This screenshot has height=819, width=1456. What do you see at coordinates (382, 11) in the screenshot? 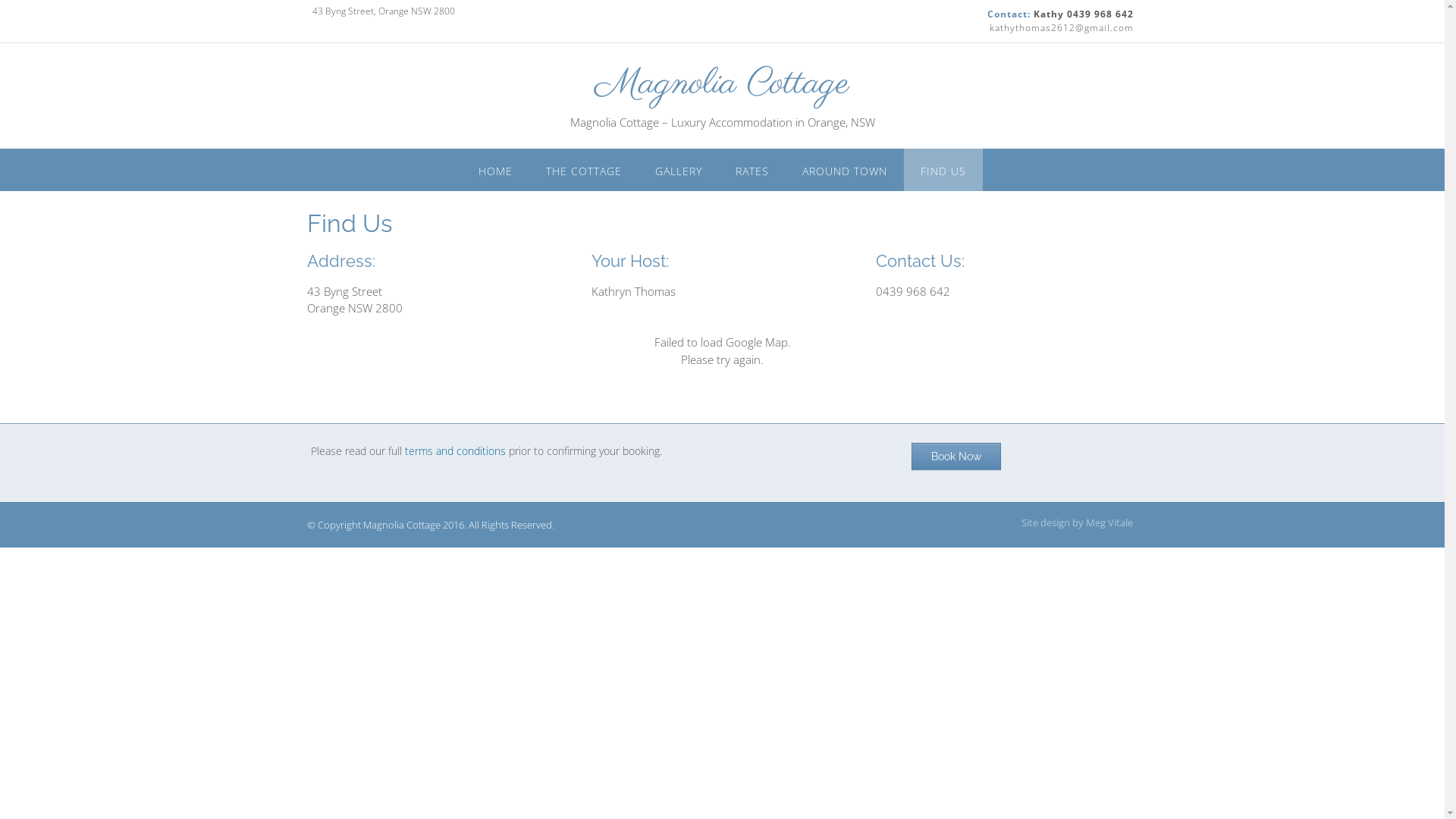
I see `'43 Byng Street, Orange NSW 2800'` at bounding box center [382, 11].